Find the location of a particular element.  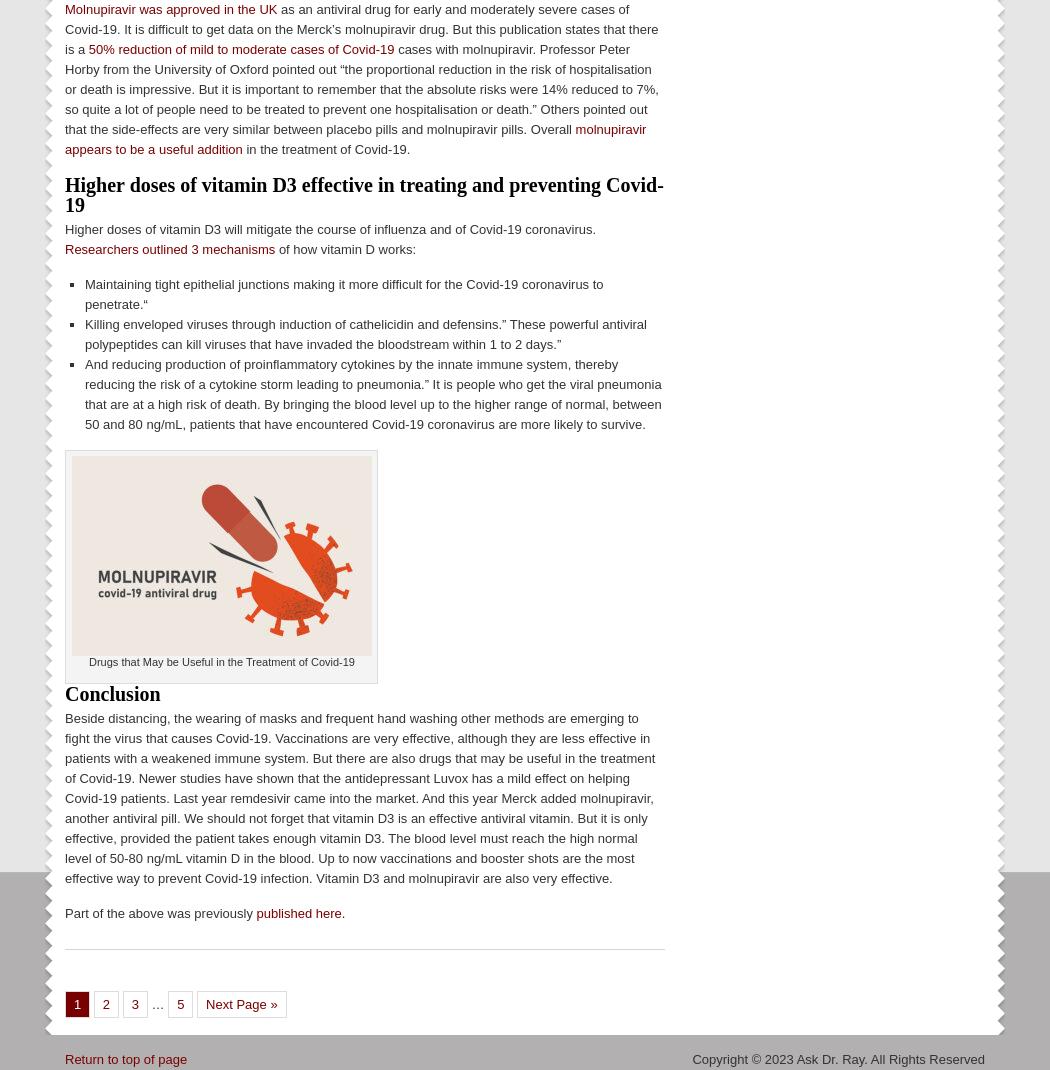

'Drugs that May be Useful in the Treatment of Covid-19' is located at coordinates (220, 661).